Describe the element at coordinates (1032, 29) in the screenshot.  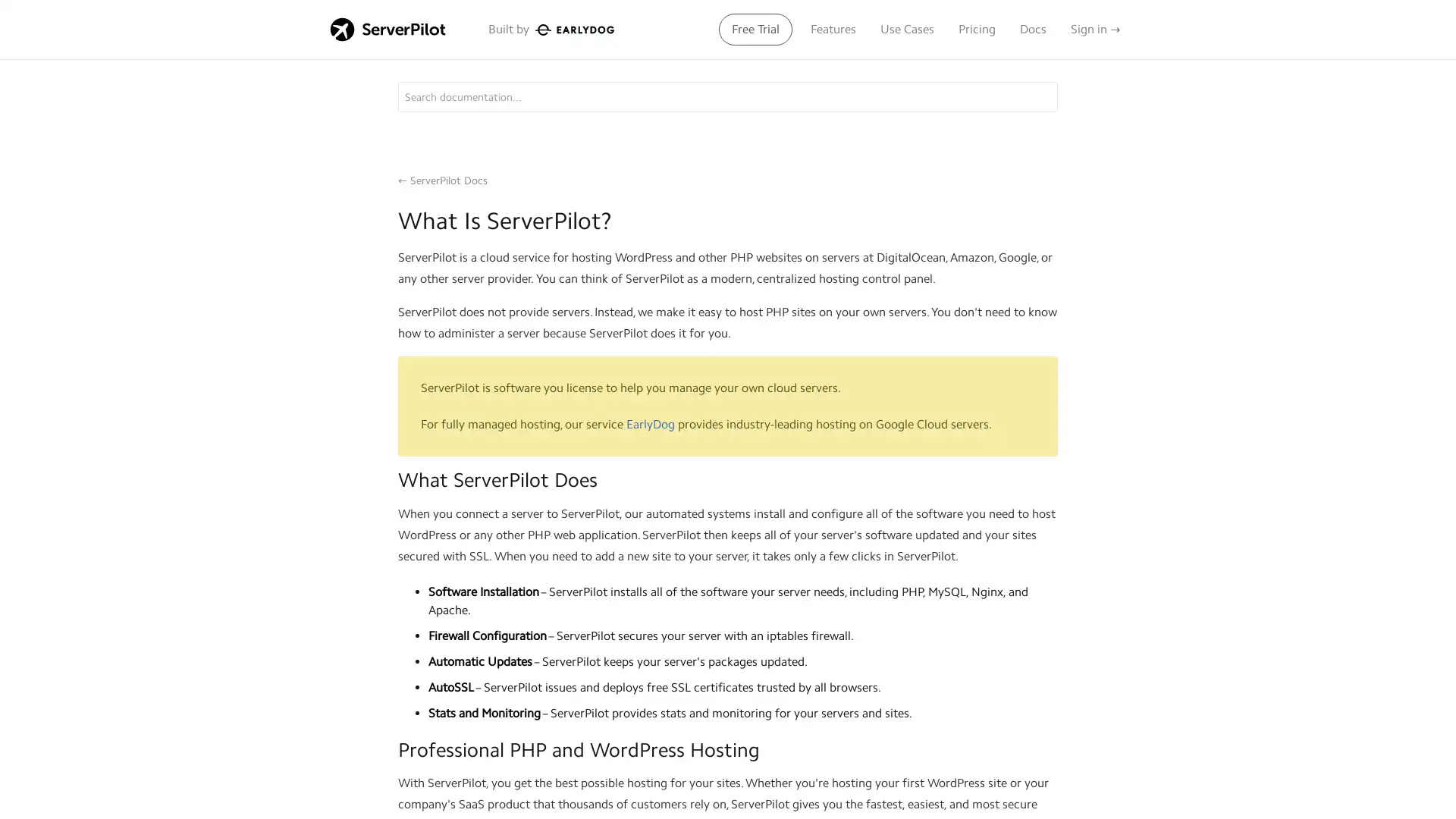
I see `Docs` at that location.